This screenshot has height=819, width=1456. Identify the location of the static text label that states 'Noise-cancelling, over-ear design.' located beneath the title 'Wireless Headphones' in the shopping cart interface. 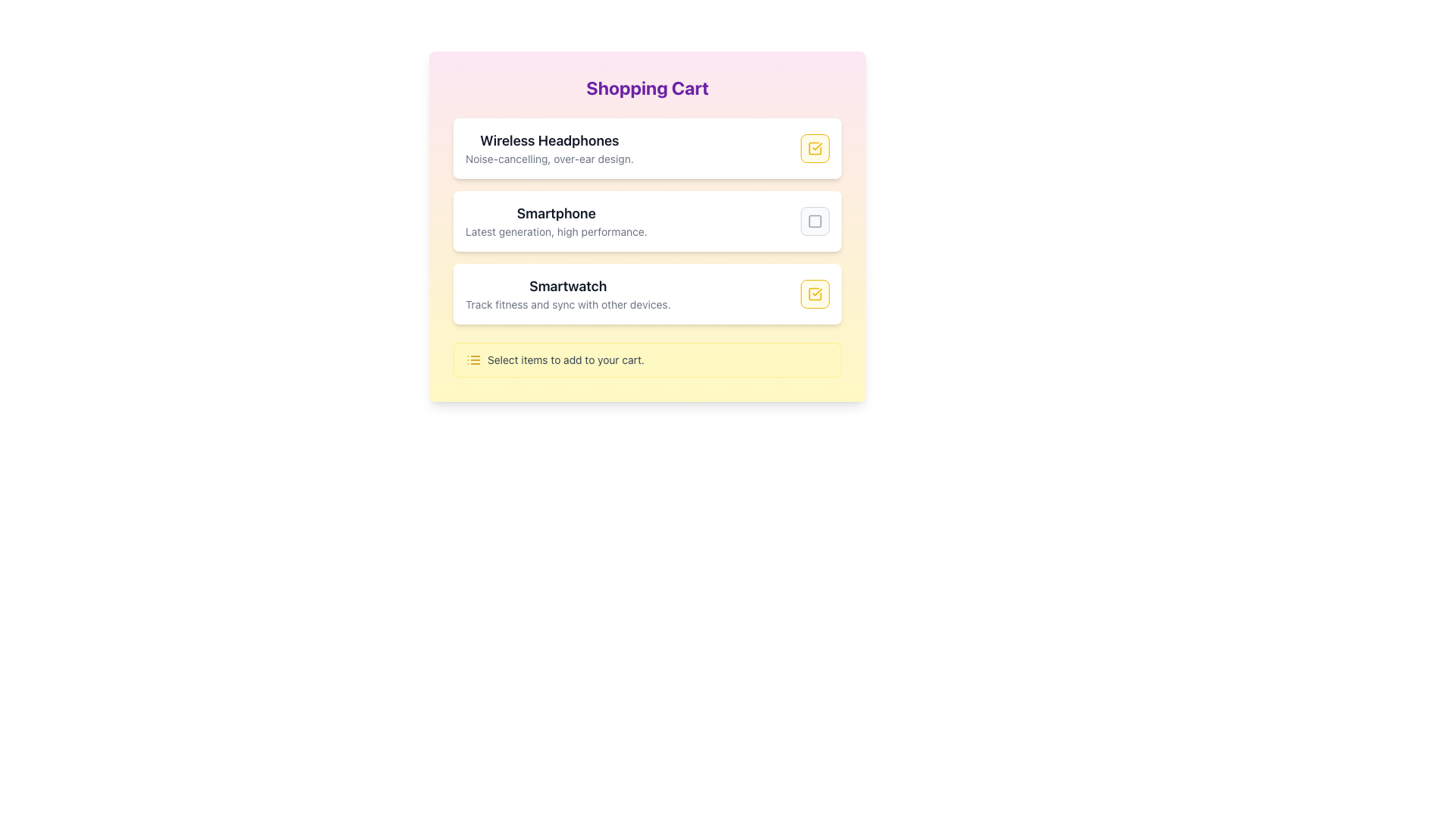
(548, 158).